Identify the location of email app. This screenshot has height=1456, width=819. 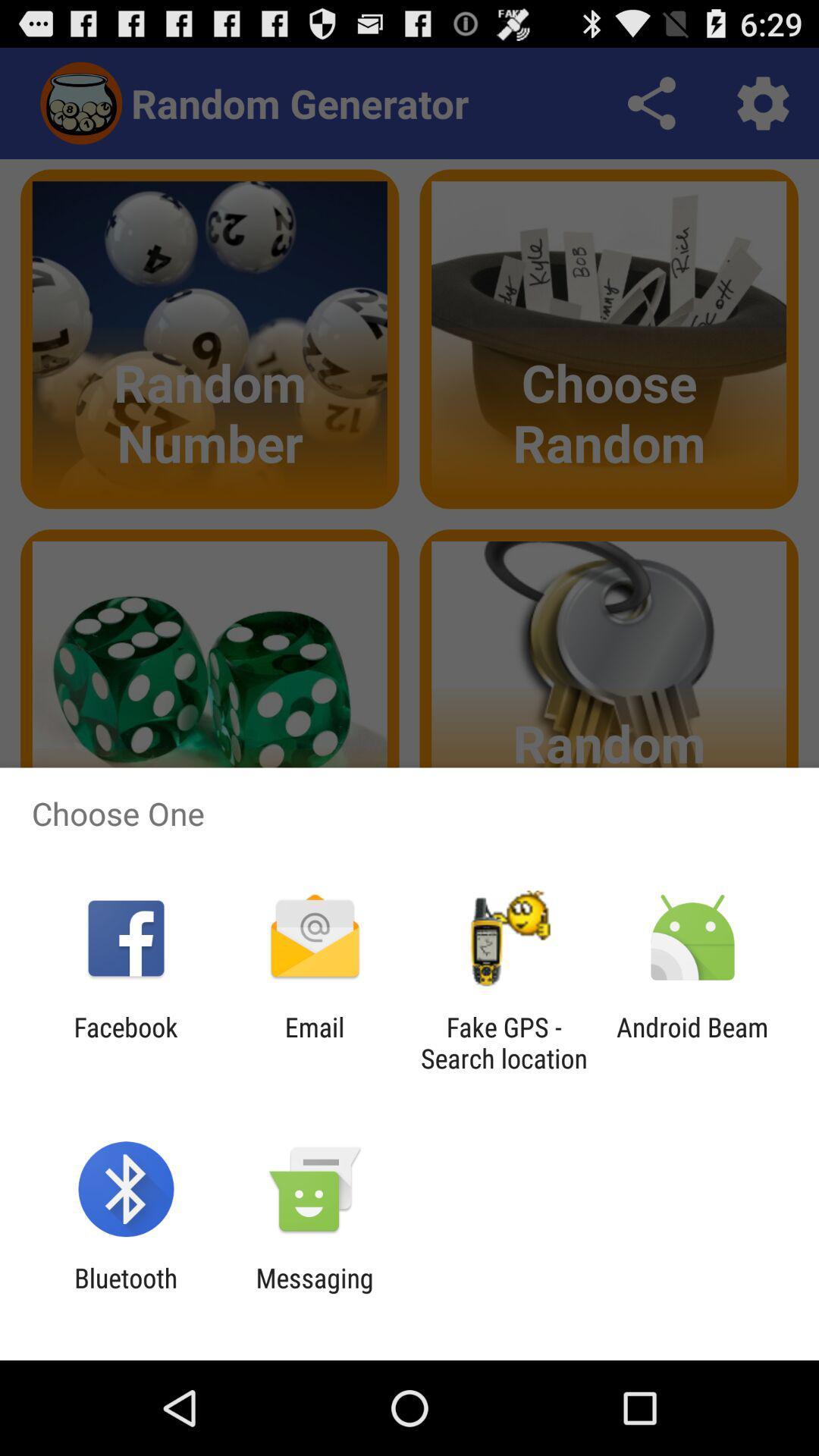
(314, 1042).